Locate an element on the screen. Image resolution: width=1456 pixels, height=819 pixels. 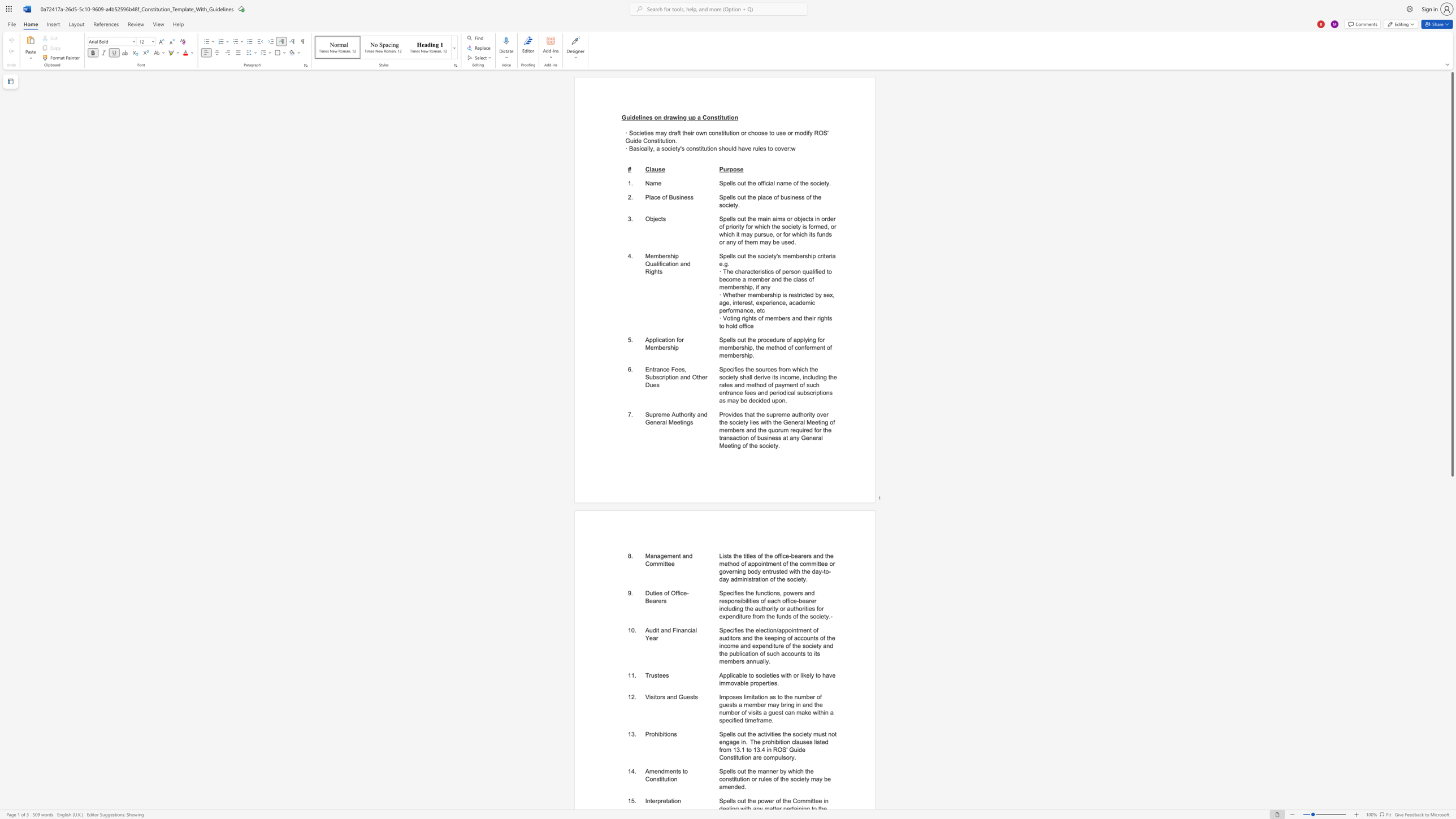
the right-hand scrollbar to descend the page is located at coordinates (1451, 496).